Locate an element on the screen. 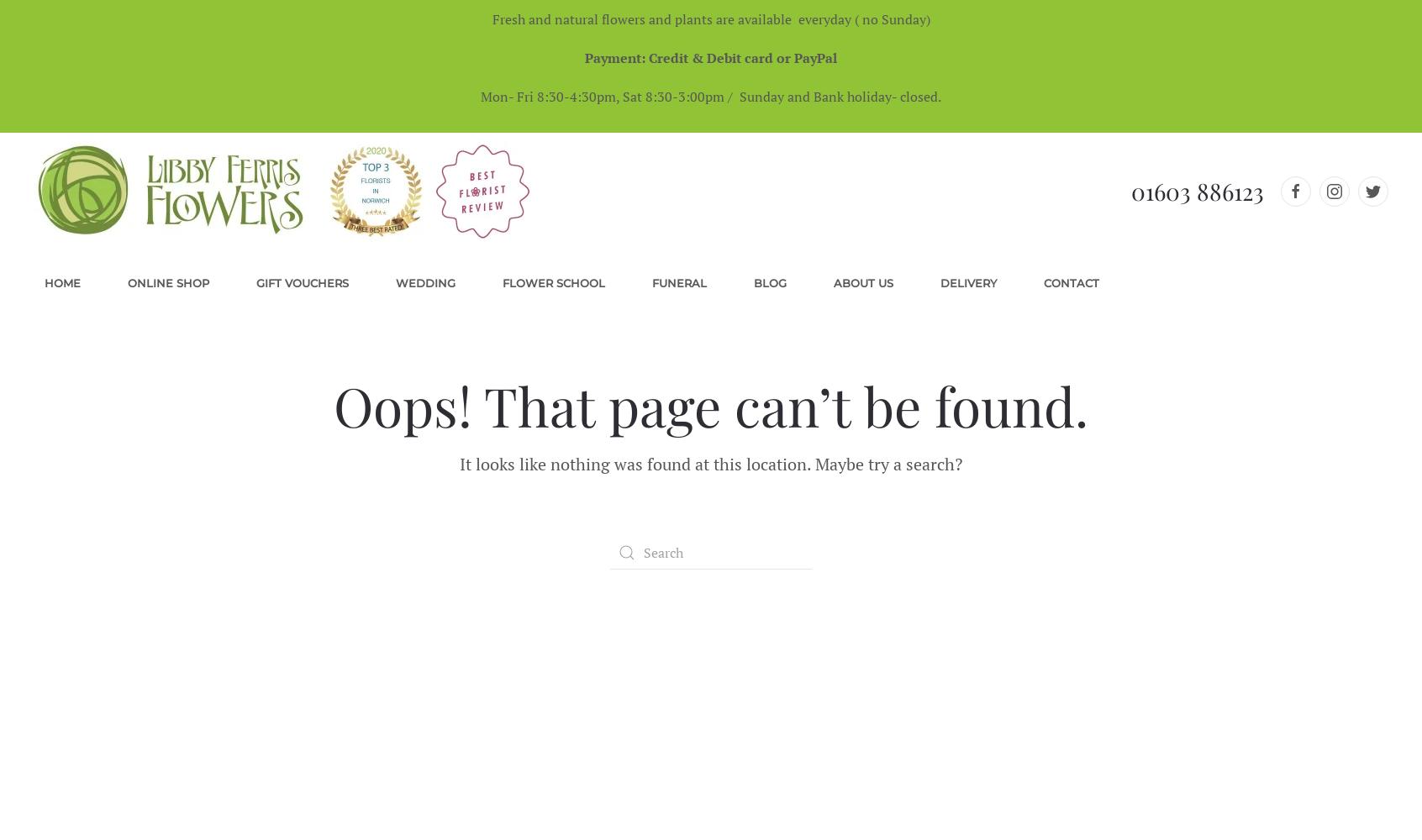  '01603 886123' is located at coordinates (1197, 190).